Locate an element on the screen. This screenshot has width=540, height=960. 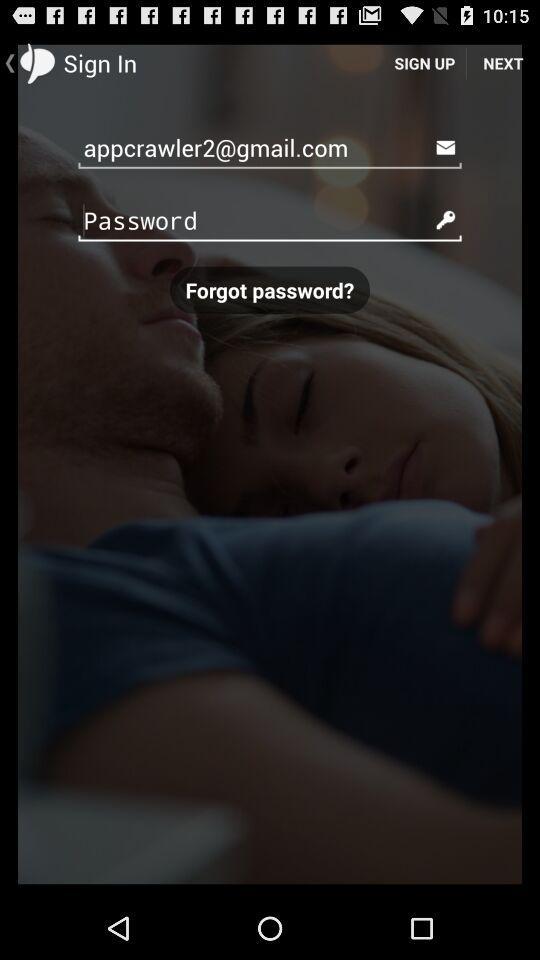
the item to the right of the sign in item is located at coordinates (423, 62).